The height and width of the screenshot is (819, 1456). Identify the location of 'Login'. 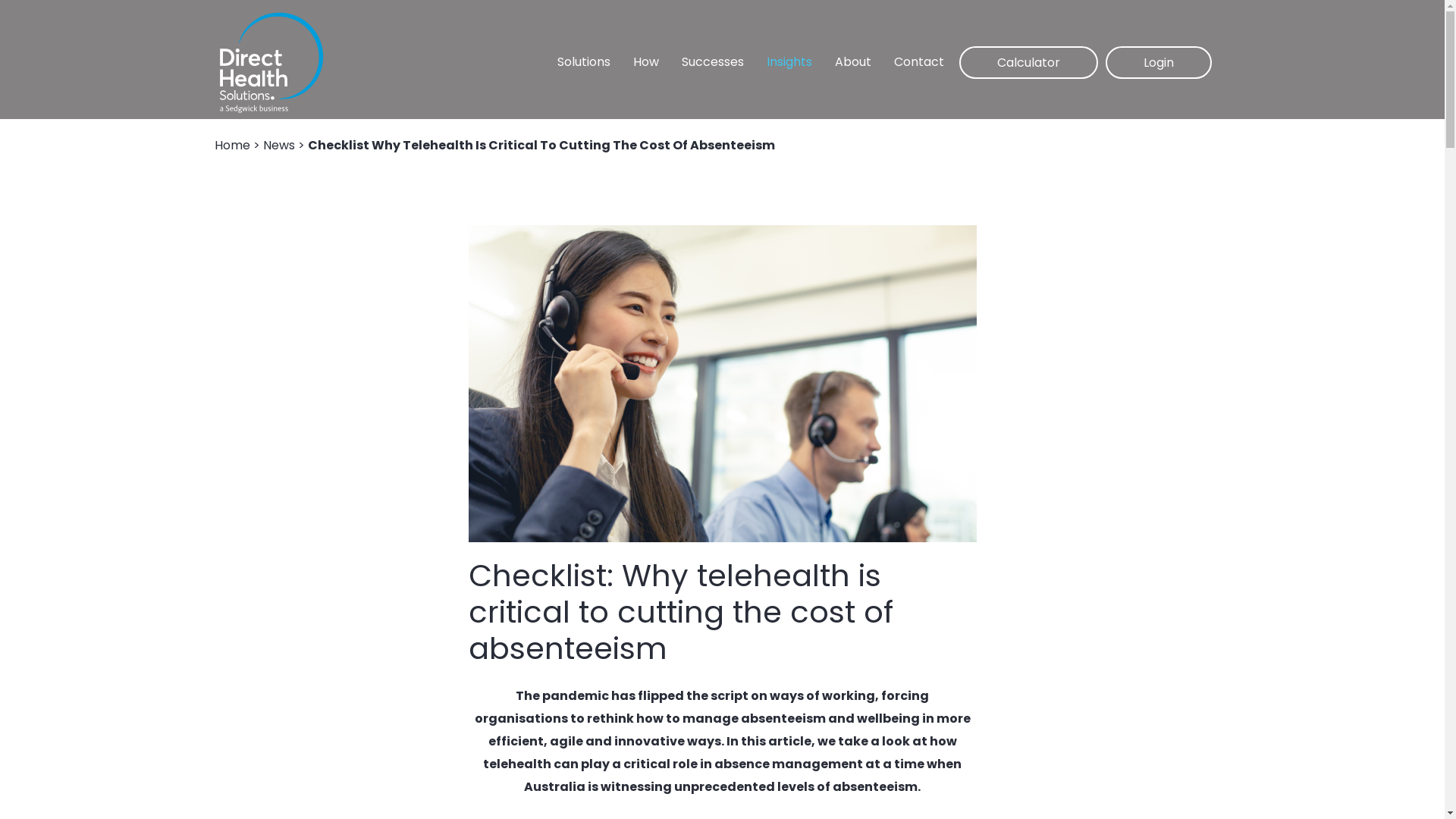
(1157, 61).